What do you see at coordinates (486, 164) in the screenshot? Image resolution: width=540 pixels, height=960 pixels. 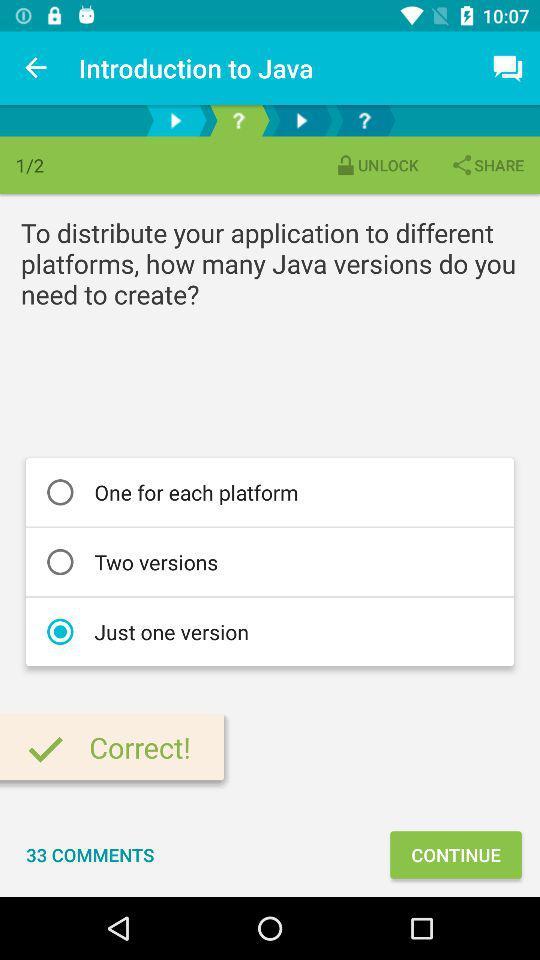 I see `the icon next to unlock item` at bounding box center [486, 164].